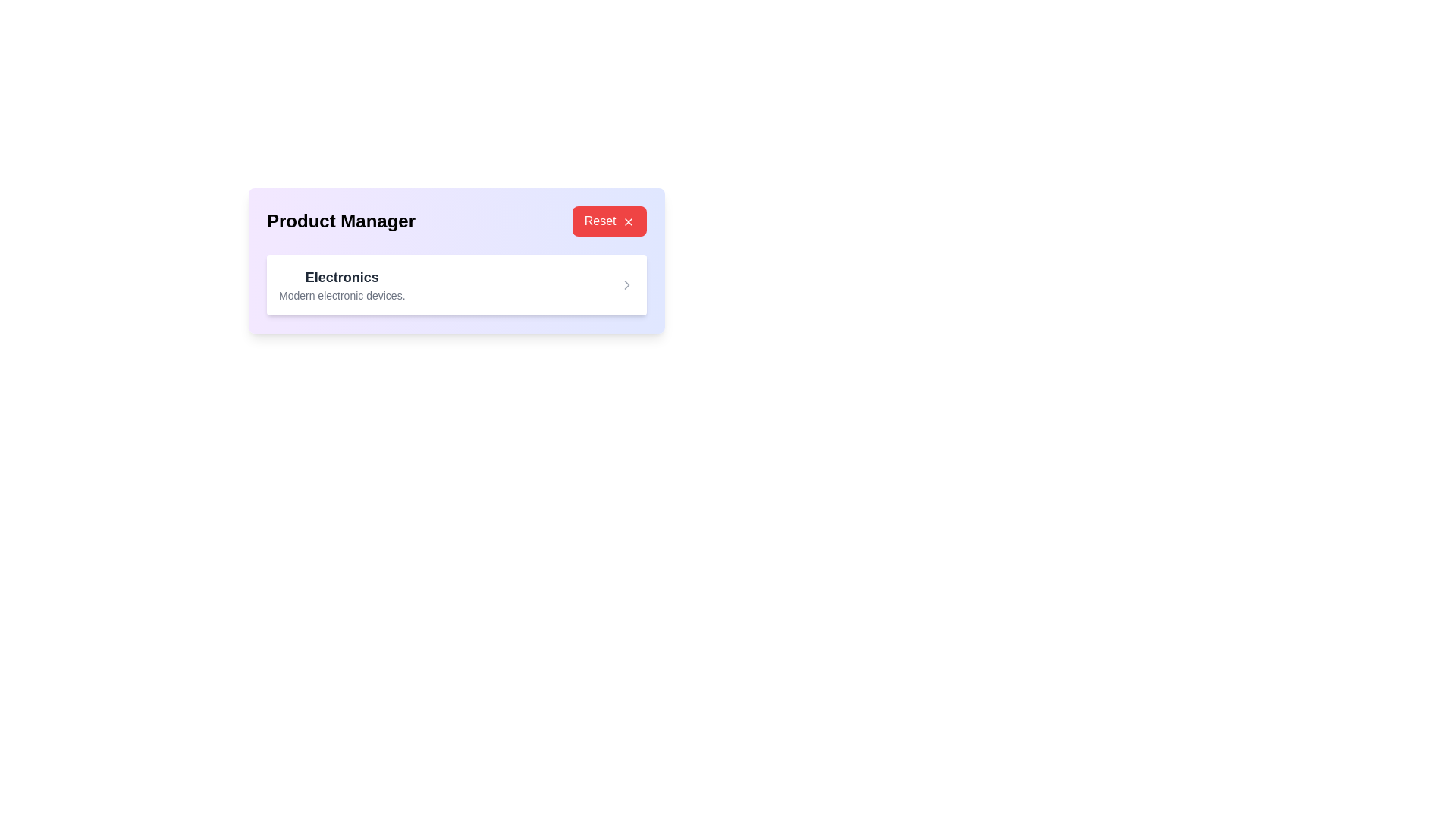 The height and width of the screenshot is (819, 1456). I want to click on the text element displaying 'Modern electronic devices.' located below the 'Electronics' label, styled in smaller gray font, so click(341, 295).